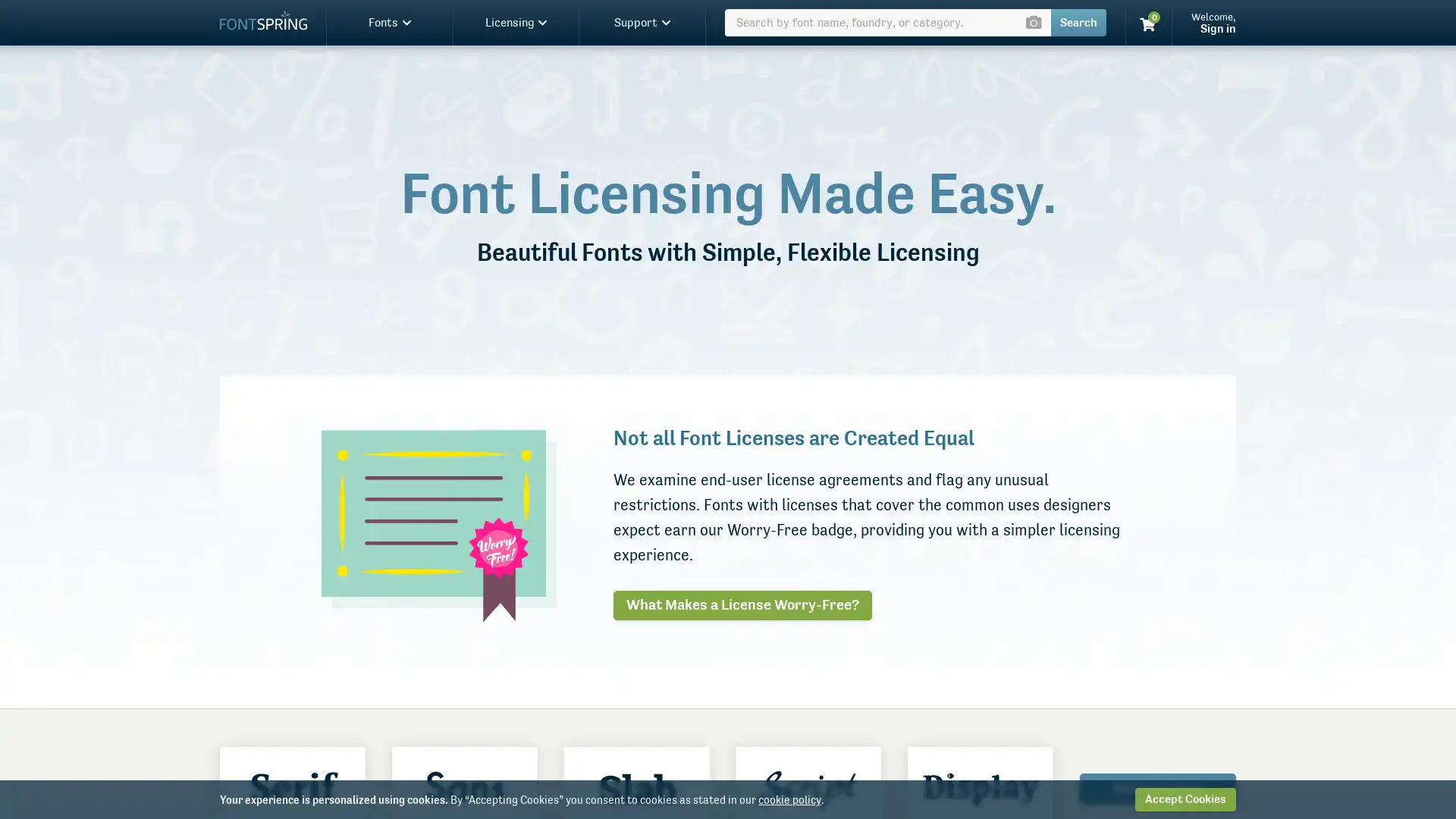 Image resolution: width=1456 pixels, height=819 pixels. Describe the element at coordinates (1185, 799) in the screenshot. I see `Accept Cookies` at that location.